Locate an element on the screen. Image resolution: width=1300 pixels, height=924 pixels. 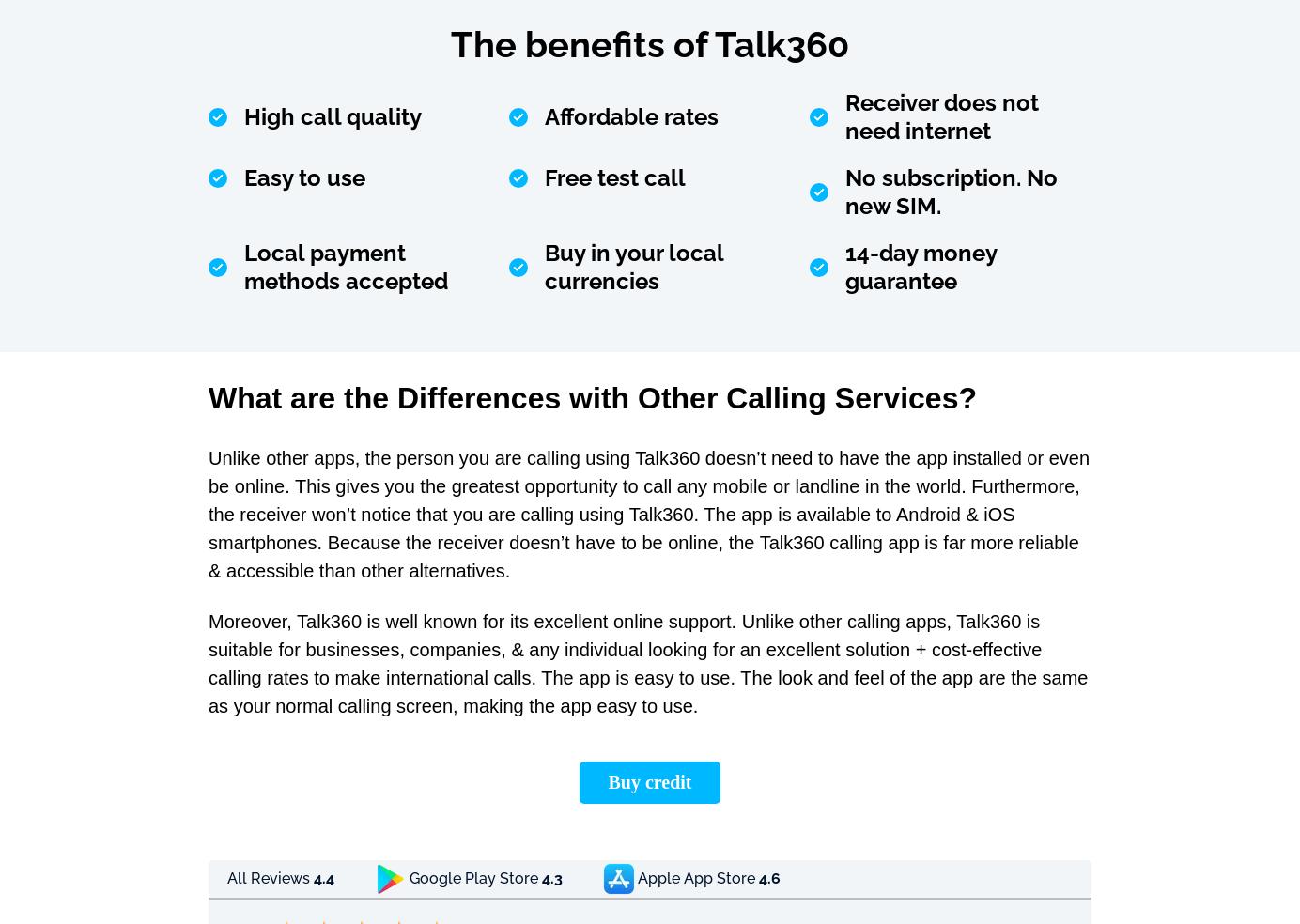
'Buy credit' is located at coordinates (649, 780).